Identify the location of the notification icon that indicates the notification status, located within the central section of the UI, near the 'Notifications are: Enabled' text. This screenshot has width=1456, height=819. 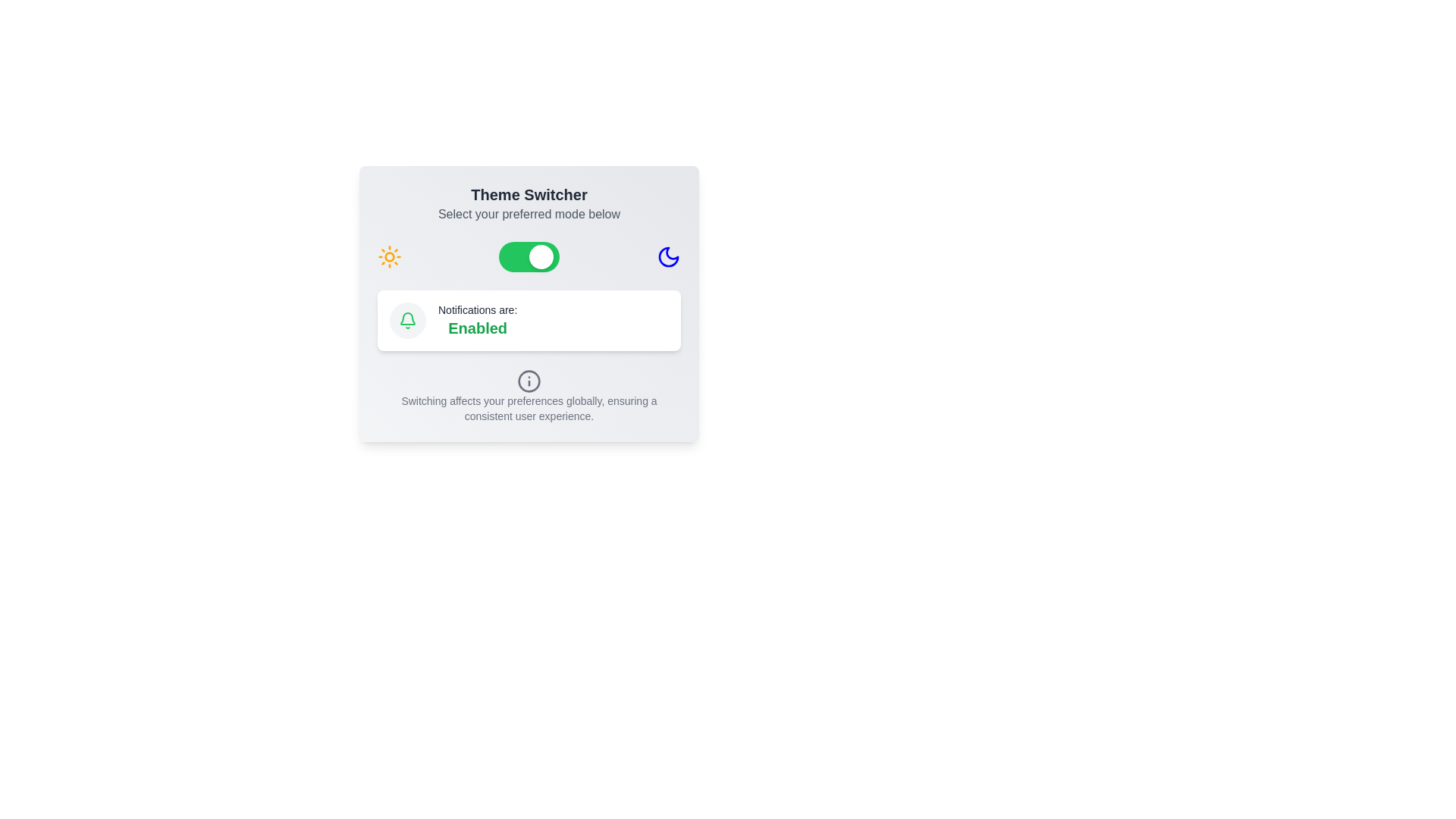
(407, 320).